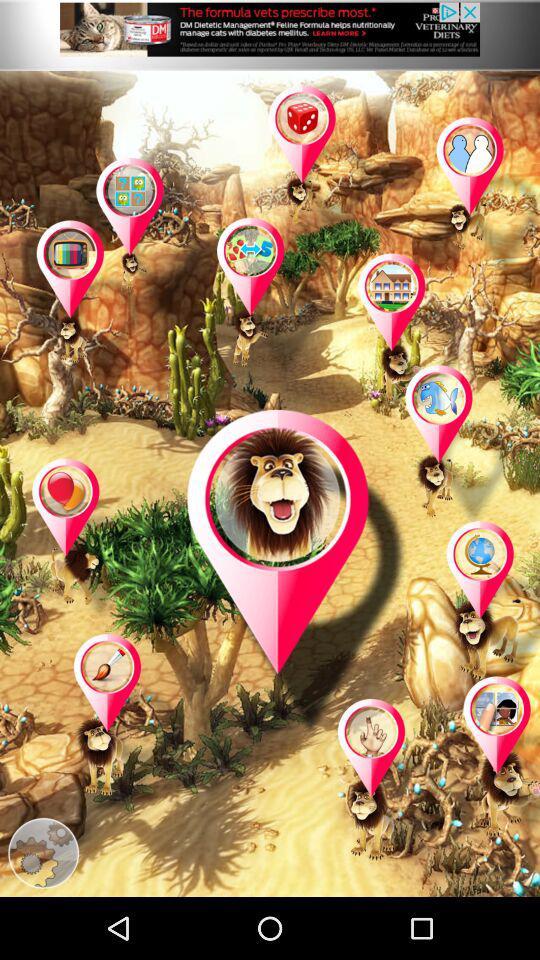  What do you see at coordinates (487, 644) in the screenshot?
I see `the location icon` at bounding box center [487, 644].